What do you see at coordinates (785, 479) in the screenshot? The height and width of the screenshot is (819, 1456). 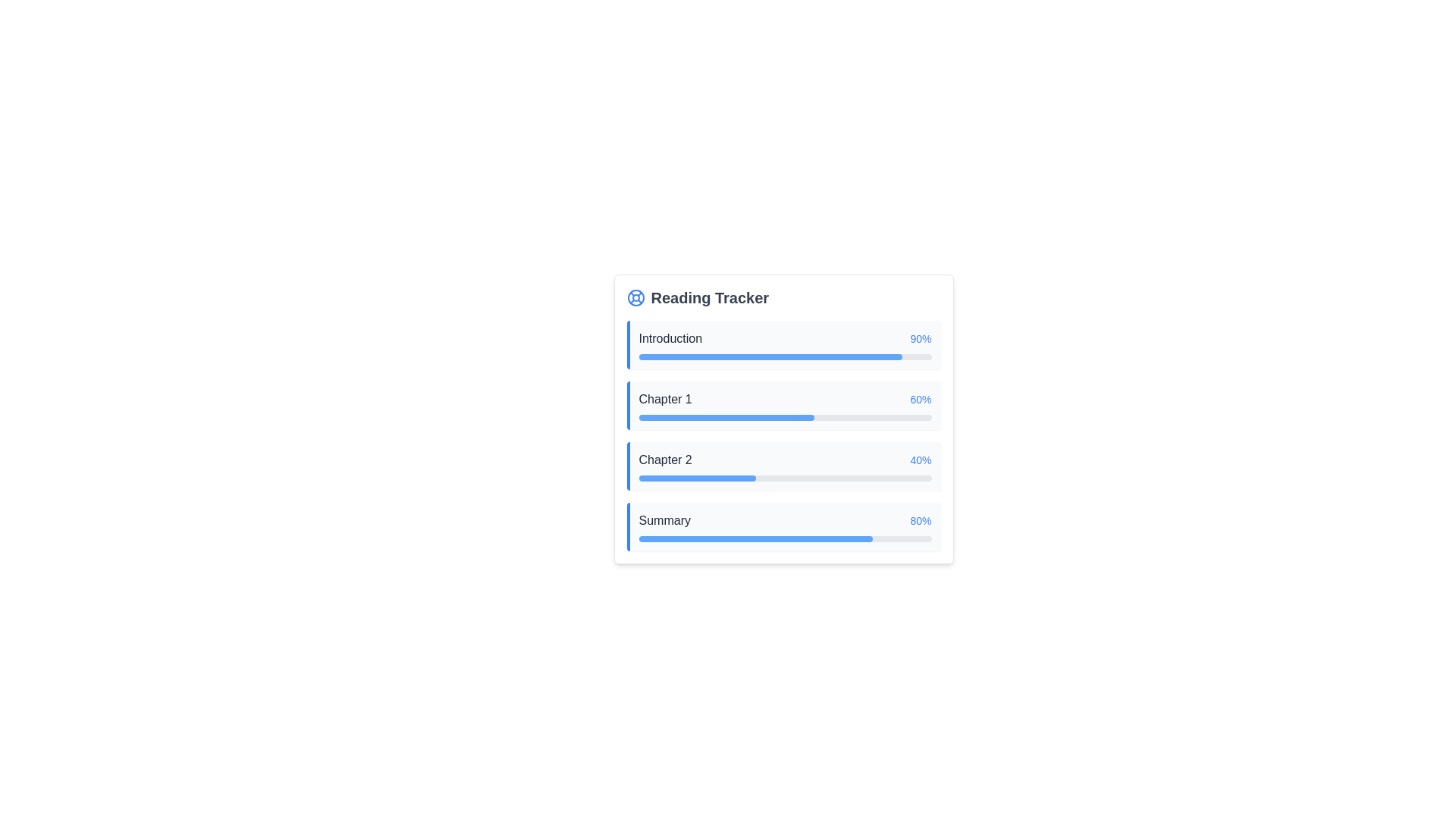 I see `the progress bar representing 40% for 'Chapter 2' in the 'Reading Tracker' panel` at bounding box center [785, 479].